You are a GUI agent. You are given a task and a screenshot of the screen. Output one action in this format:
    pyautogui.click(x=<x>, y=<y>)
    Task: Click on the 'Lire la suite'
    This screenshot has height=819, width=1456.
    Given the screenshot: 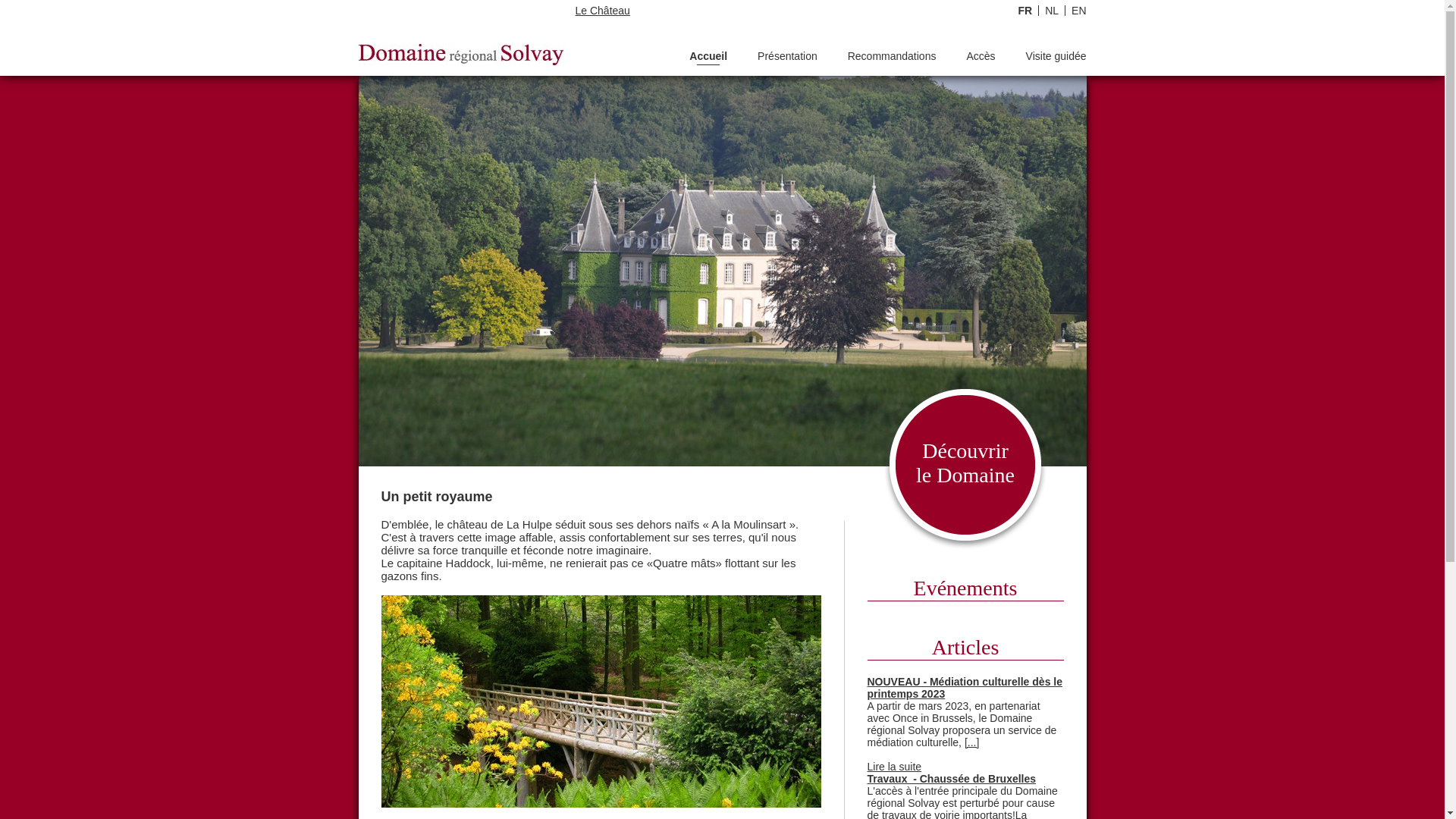 What is the action you would take?
    pyautogui.click(x=867, y=766)
    